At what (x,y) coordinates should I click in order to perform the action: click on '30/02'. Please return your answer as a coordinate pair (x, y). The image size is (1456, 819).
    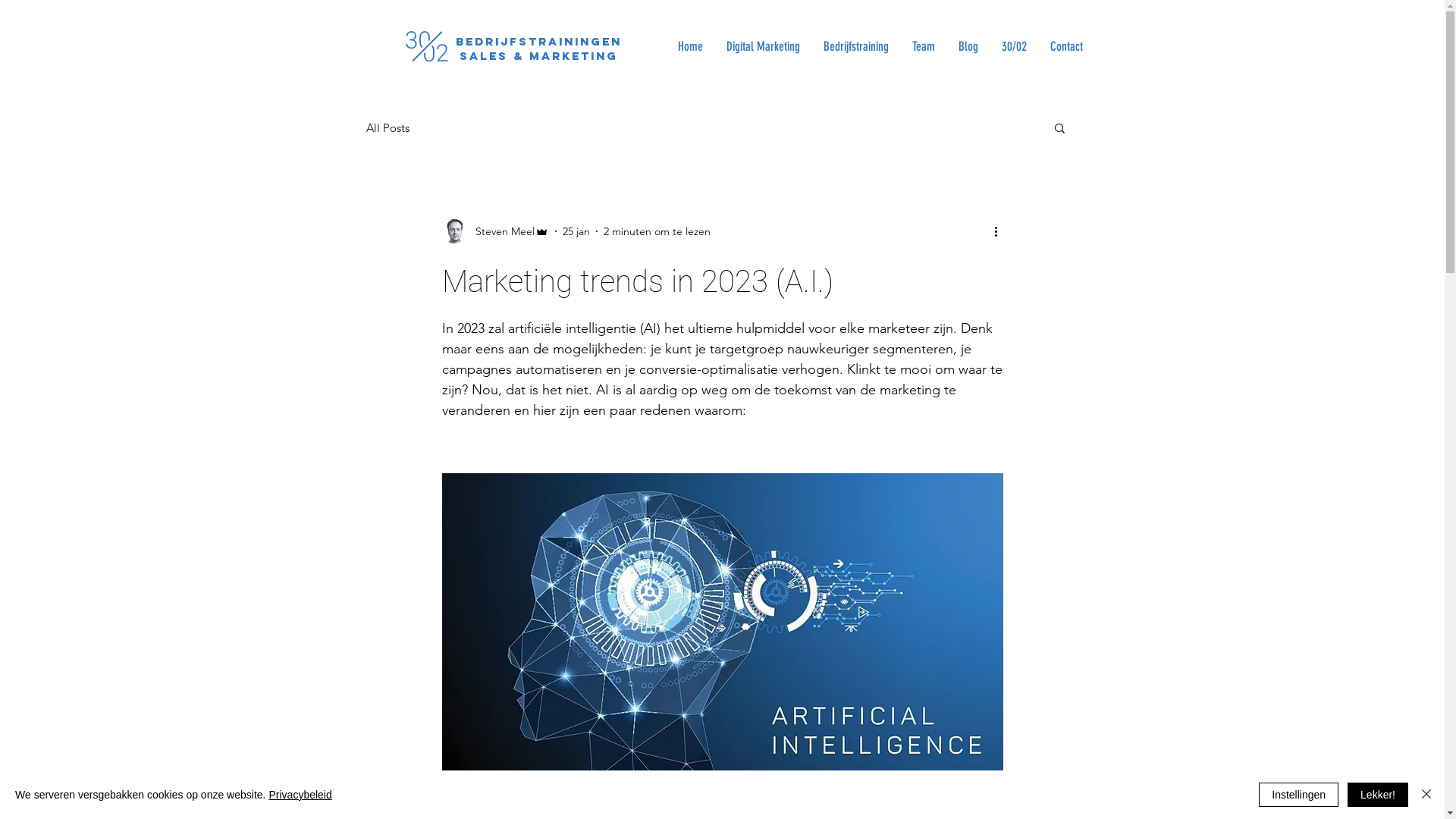
    Looking at the image, I should click on (1012, 45).